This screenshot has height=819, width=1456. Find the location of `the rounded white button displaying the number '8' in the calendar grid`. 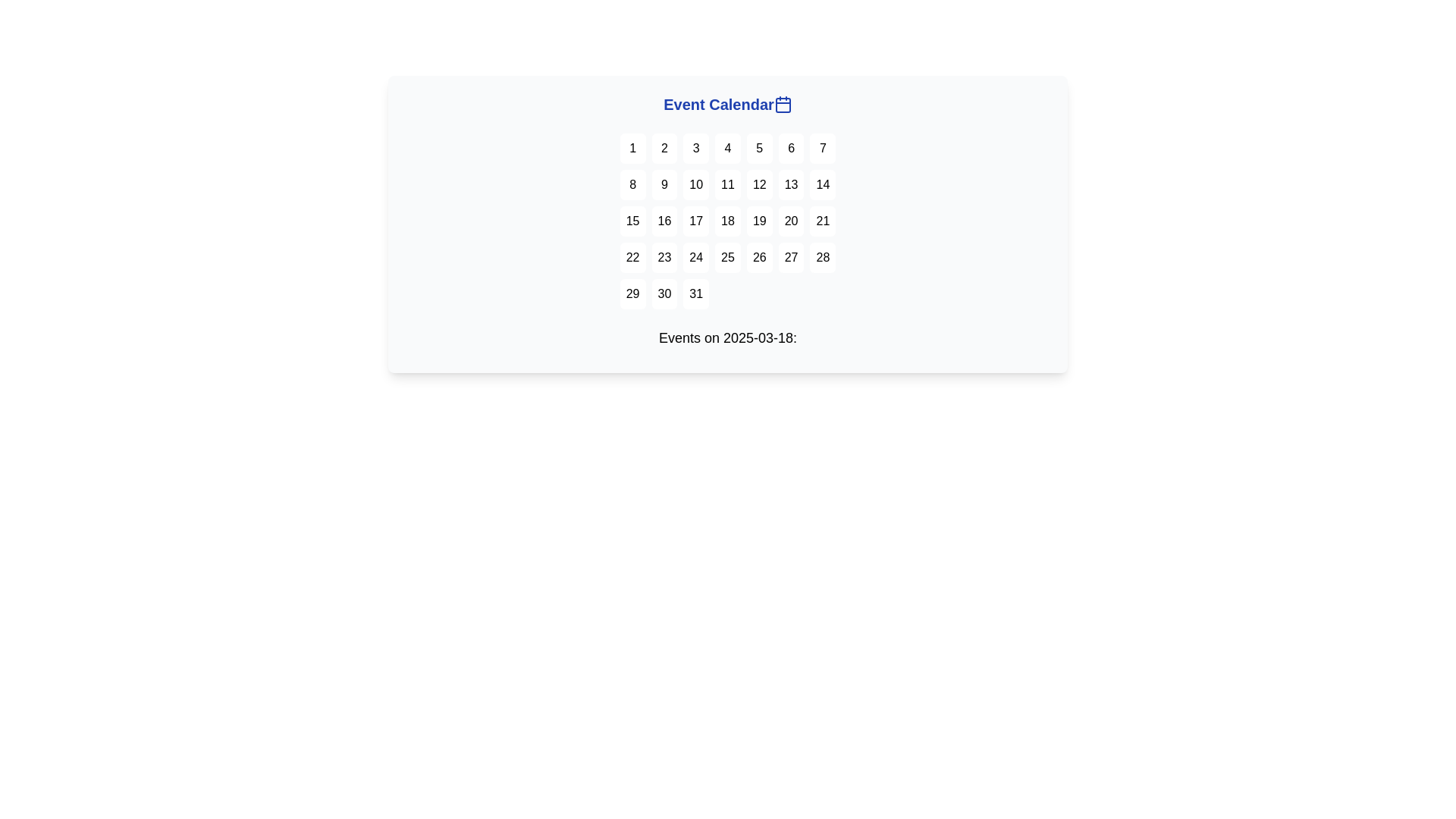

the rounded white button displaying the number '8' in the calendar grid is located at coordinates (632, 184).